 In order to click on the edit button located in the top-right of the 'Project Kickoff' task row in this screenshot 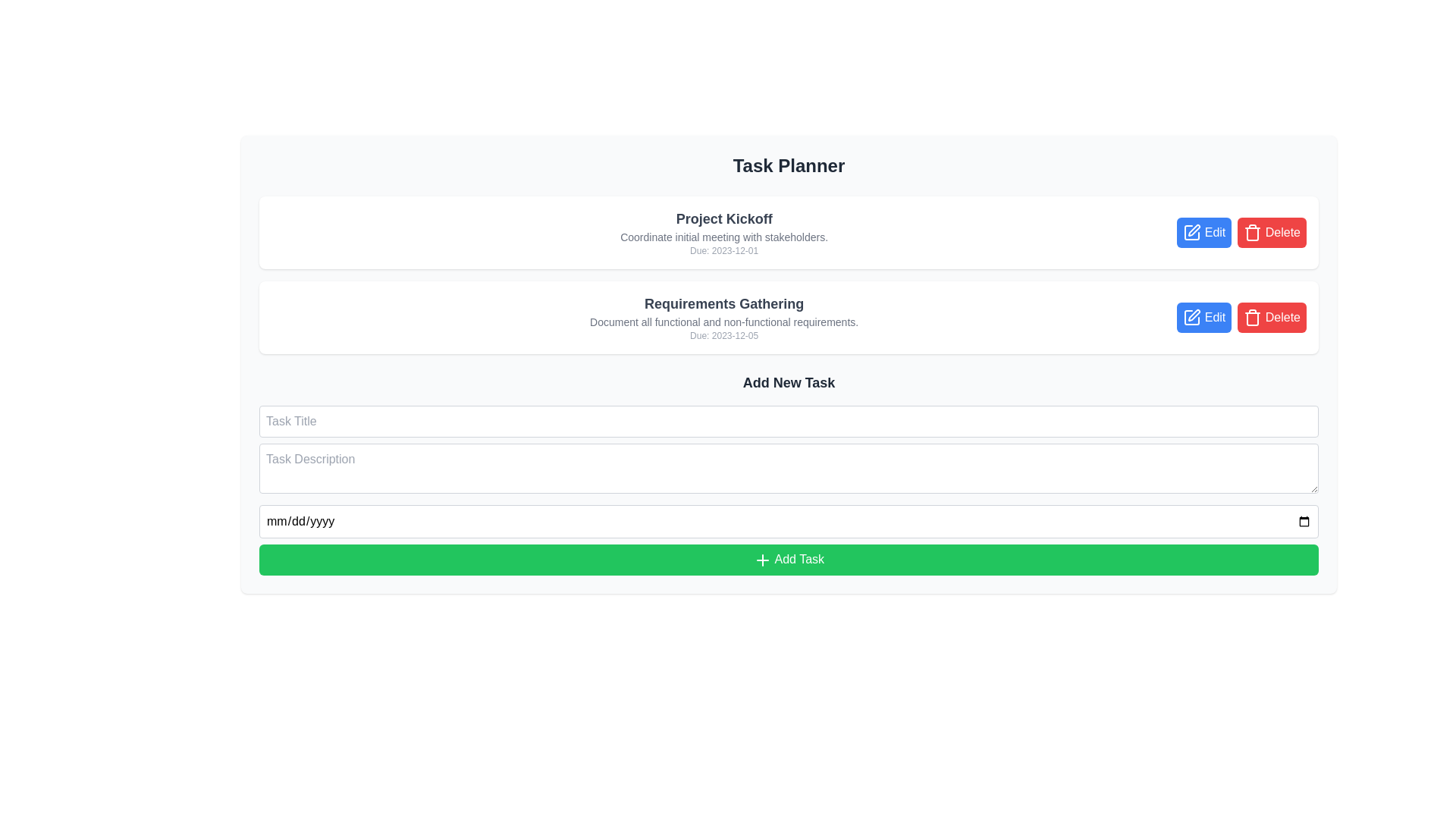, I will do `click(1203, 233)`.